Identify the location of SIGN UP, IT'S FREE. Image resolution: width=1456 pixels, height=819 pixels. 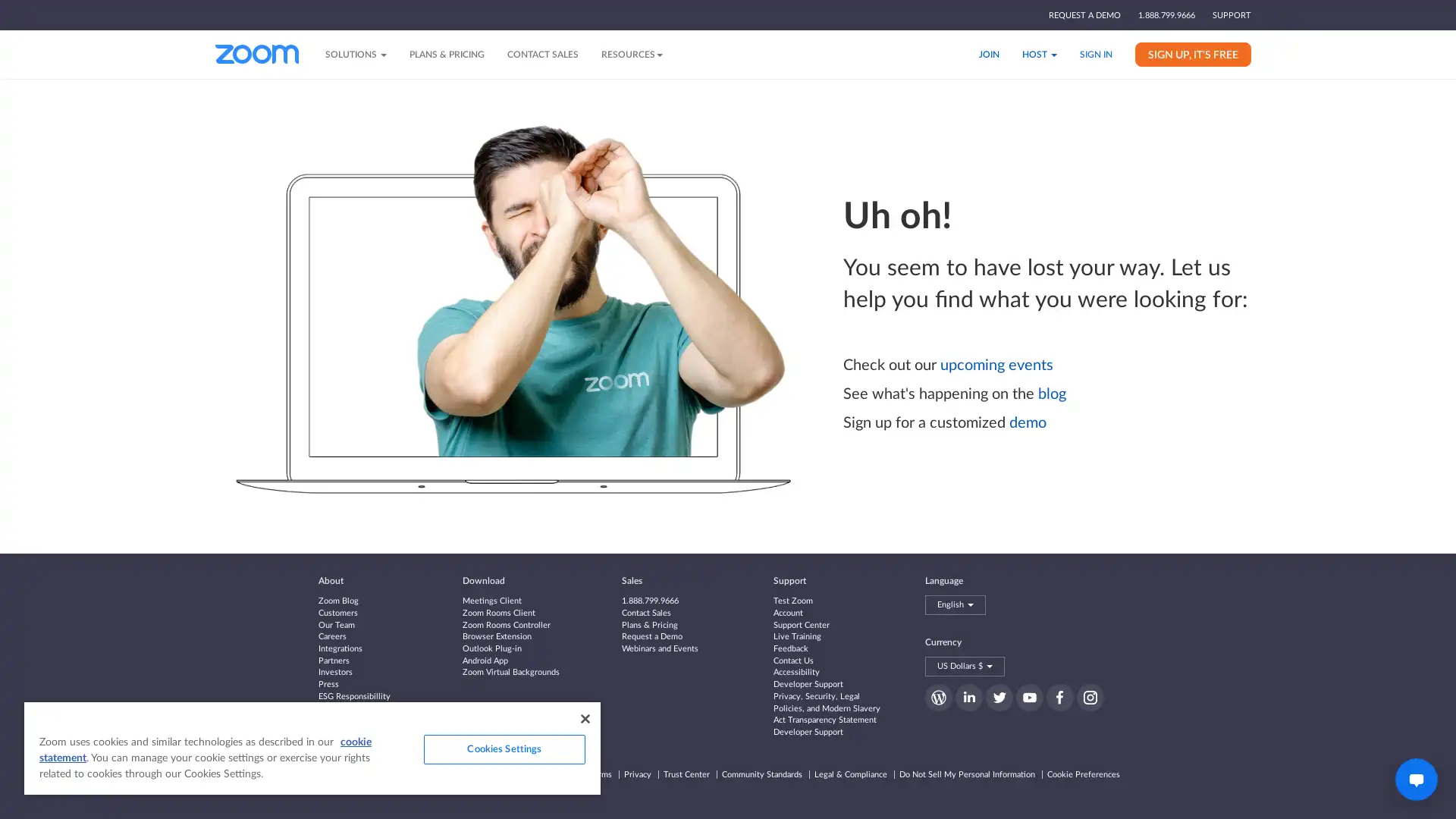
(1192, 52).